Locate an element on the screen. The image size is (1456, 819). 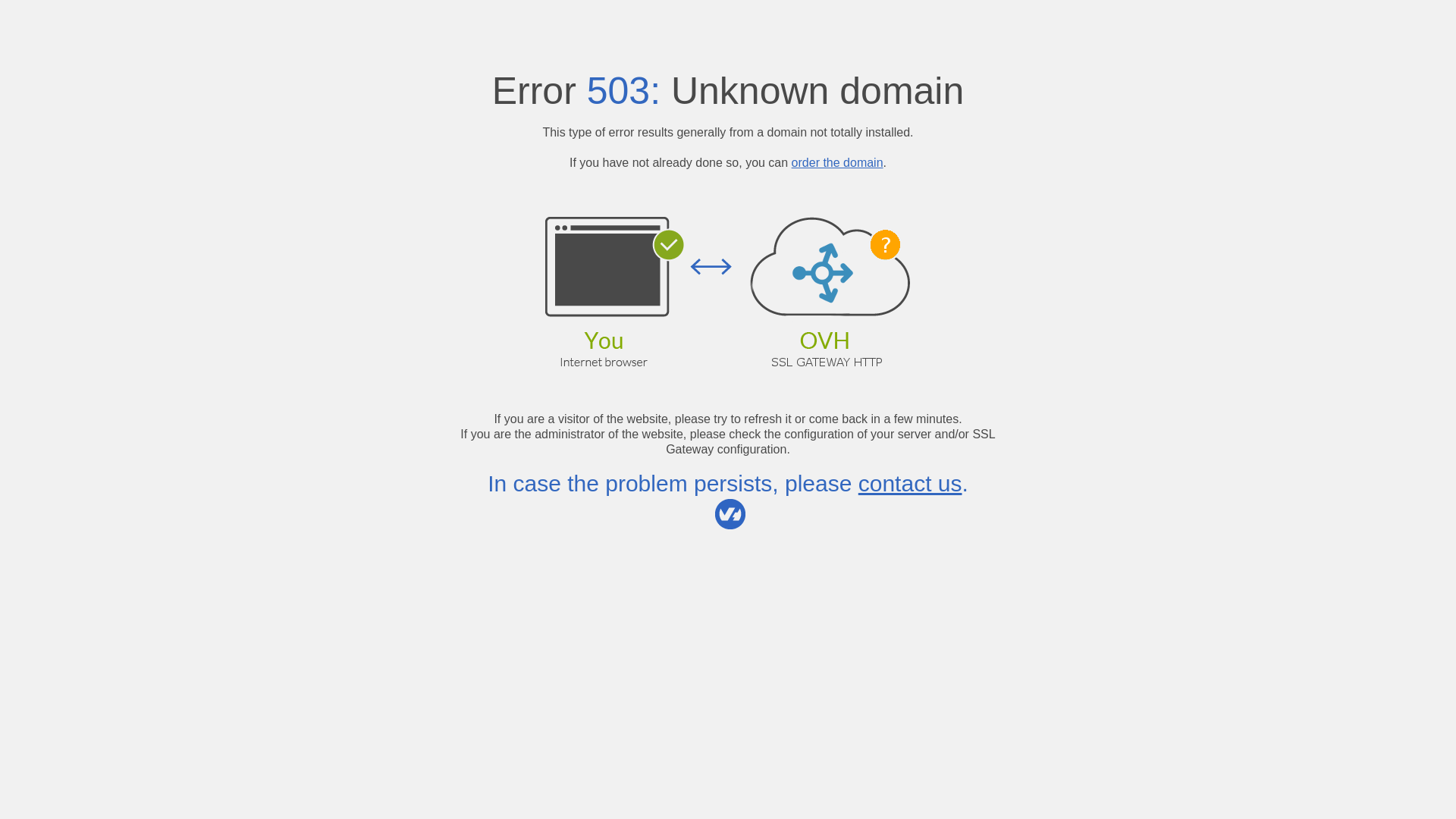
'order the domain' is located at coordinates (790, 162).